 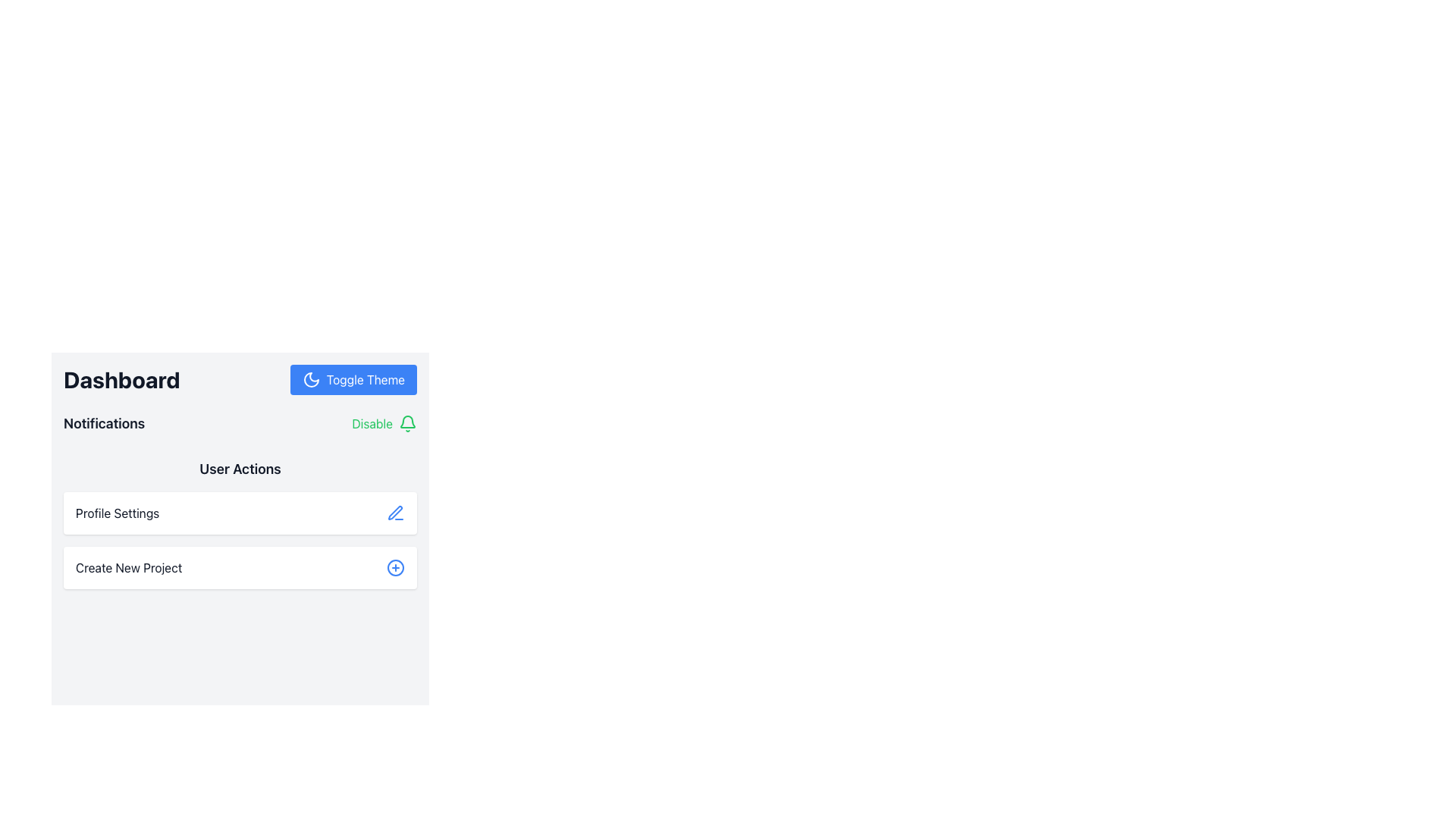 I want to click on the 'Create New Project' button located on the right side within the 'User Actions' section to initiate a new project creation, so click(x=396, y=567).